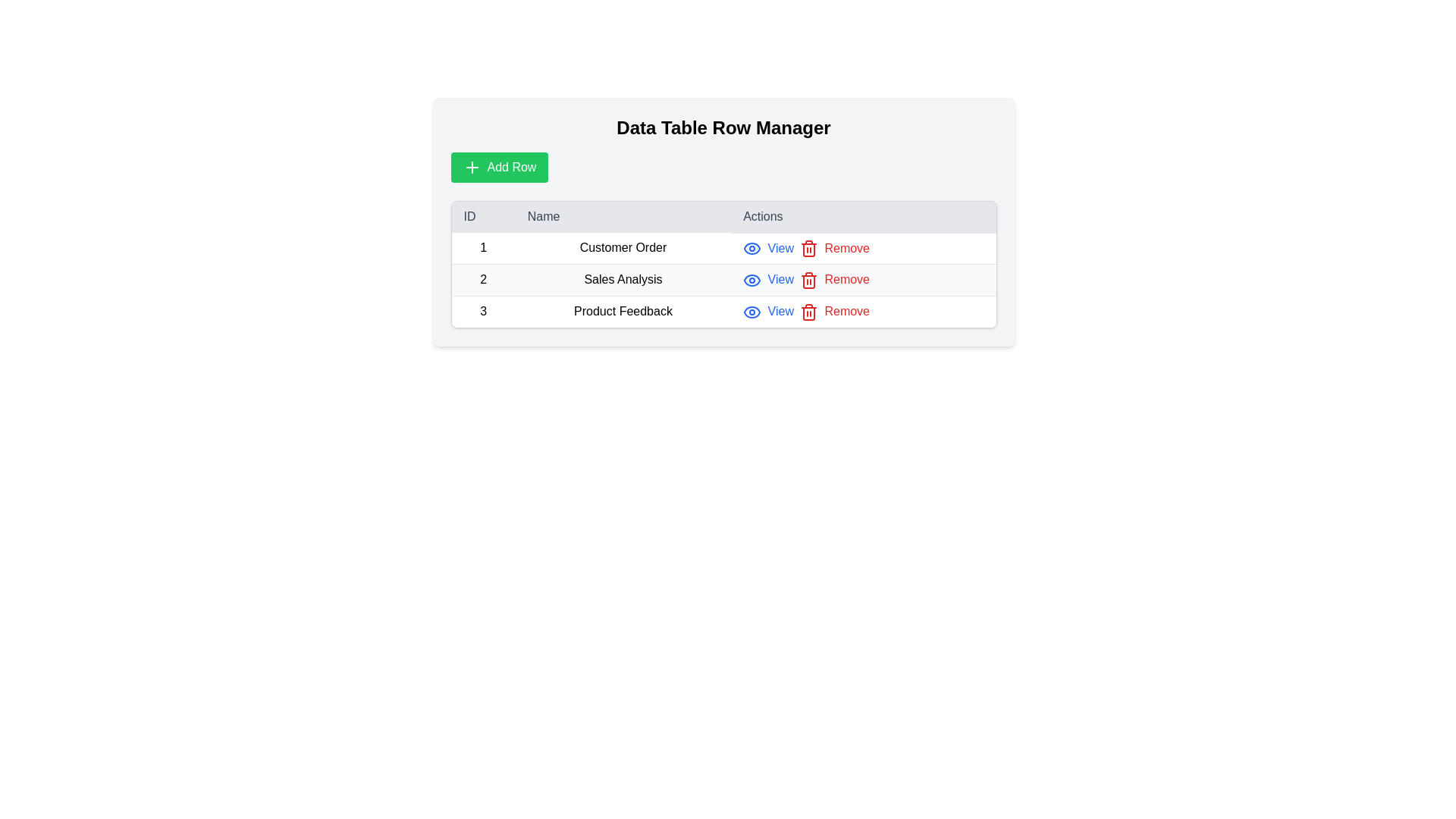  I want to click on text of the bold title element displaying 'Data Table Row Manager', which is positioned above the green 'Add Row' button, so click(723, 127).